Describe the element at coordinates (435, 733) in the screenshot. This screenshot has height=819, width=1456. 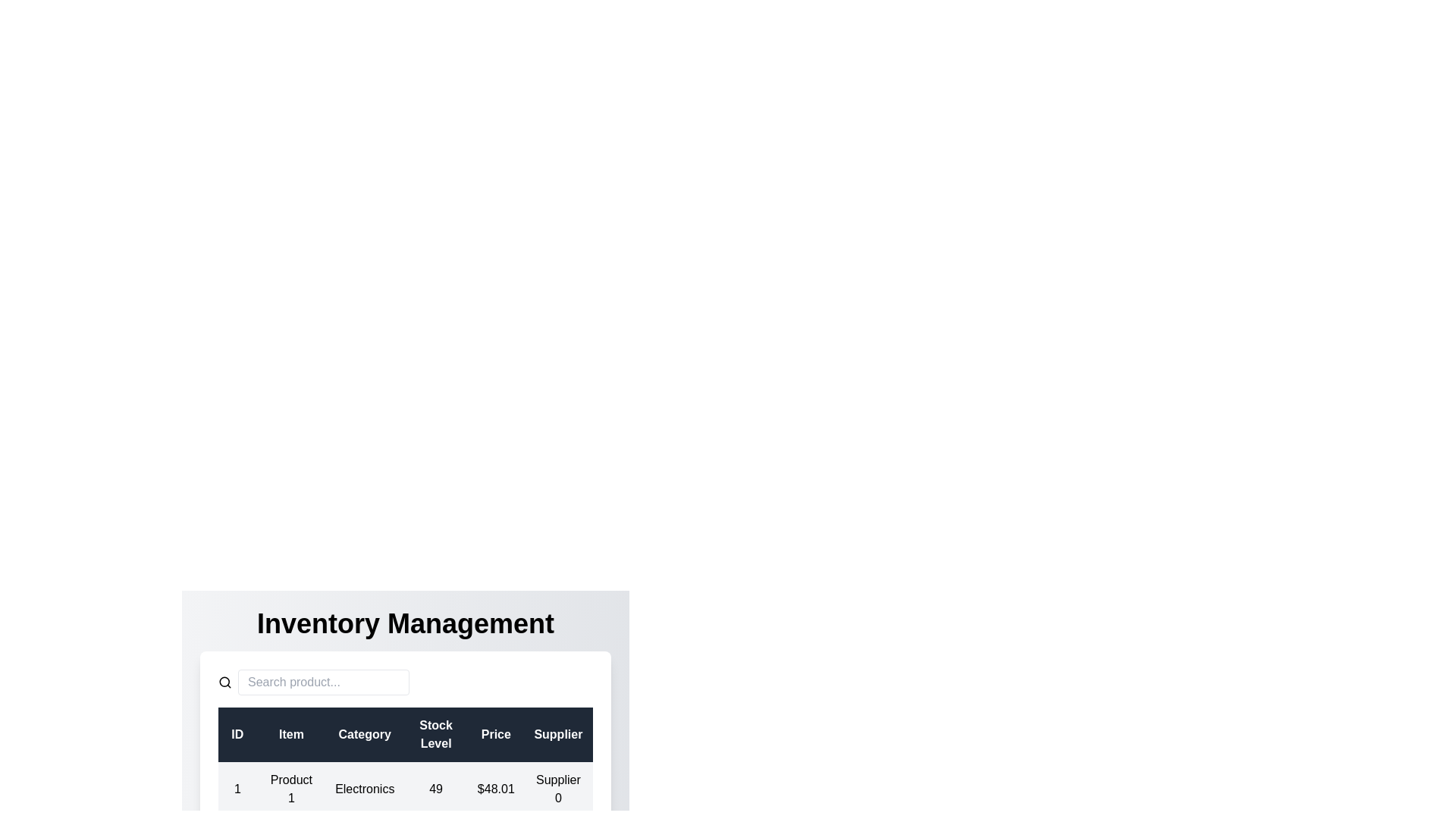
I see `the column header Stock Level to sort the data by that column` at that location.